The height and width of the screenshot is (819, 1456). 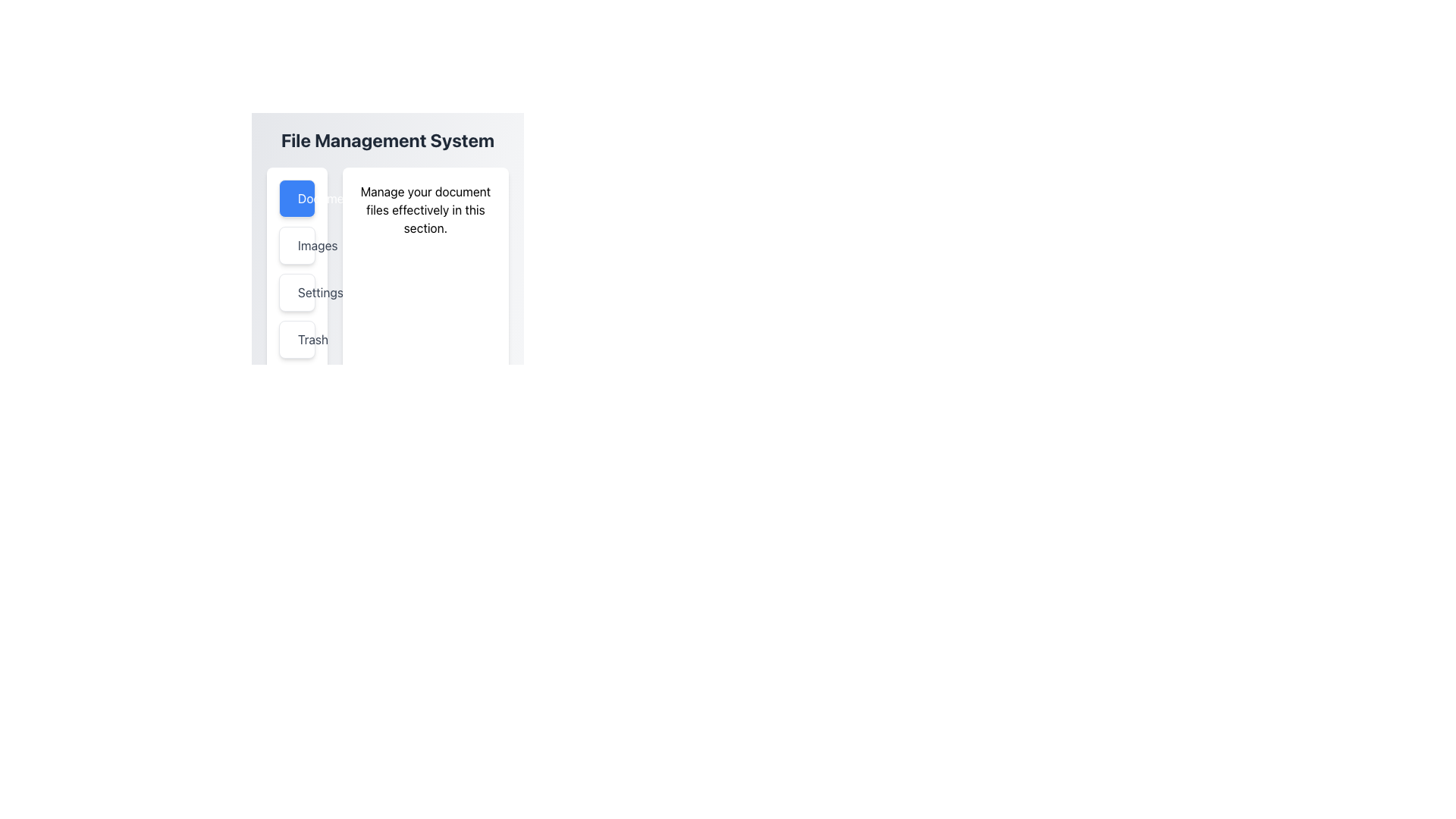 What do you see at coordinates (297, 292) in the screenshot?
I see `the configurations button in the sidebar menu` at bounding box center [297, 292].